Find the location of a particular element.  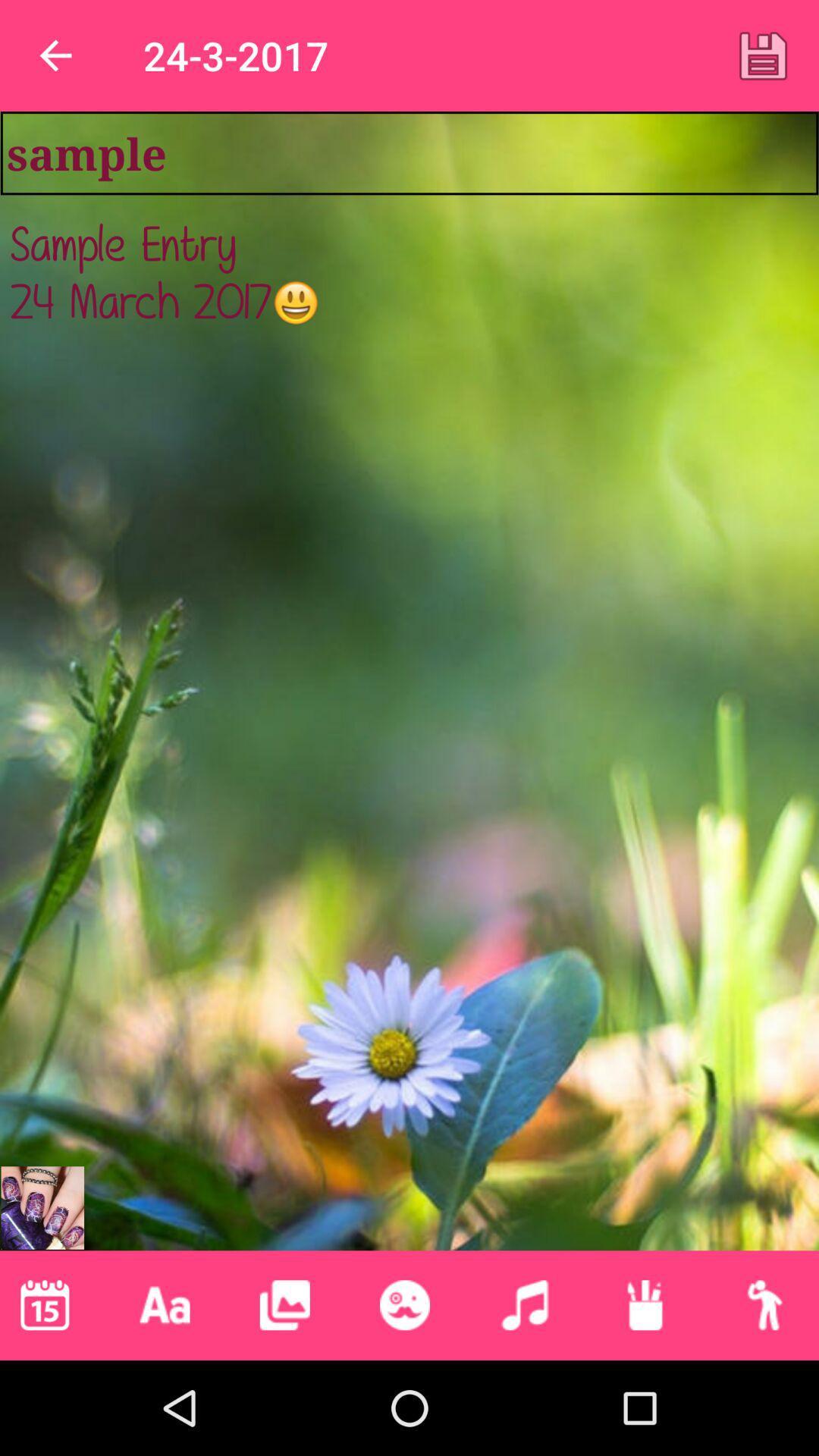

icon below the sample entry 24 item is located at coordinates (764, 1304).